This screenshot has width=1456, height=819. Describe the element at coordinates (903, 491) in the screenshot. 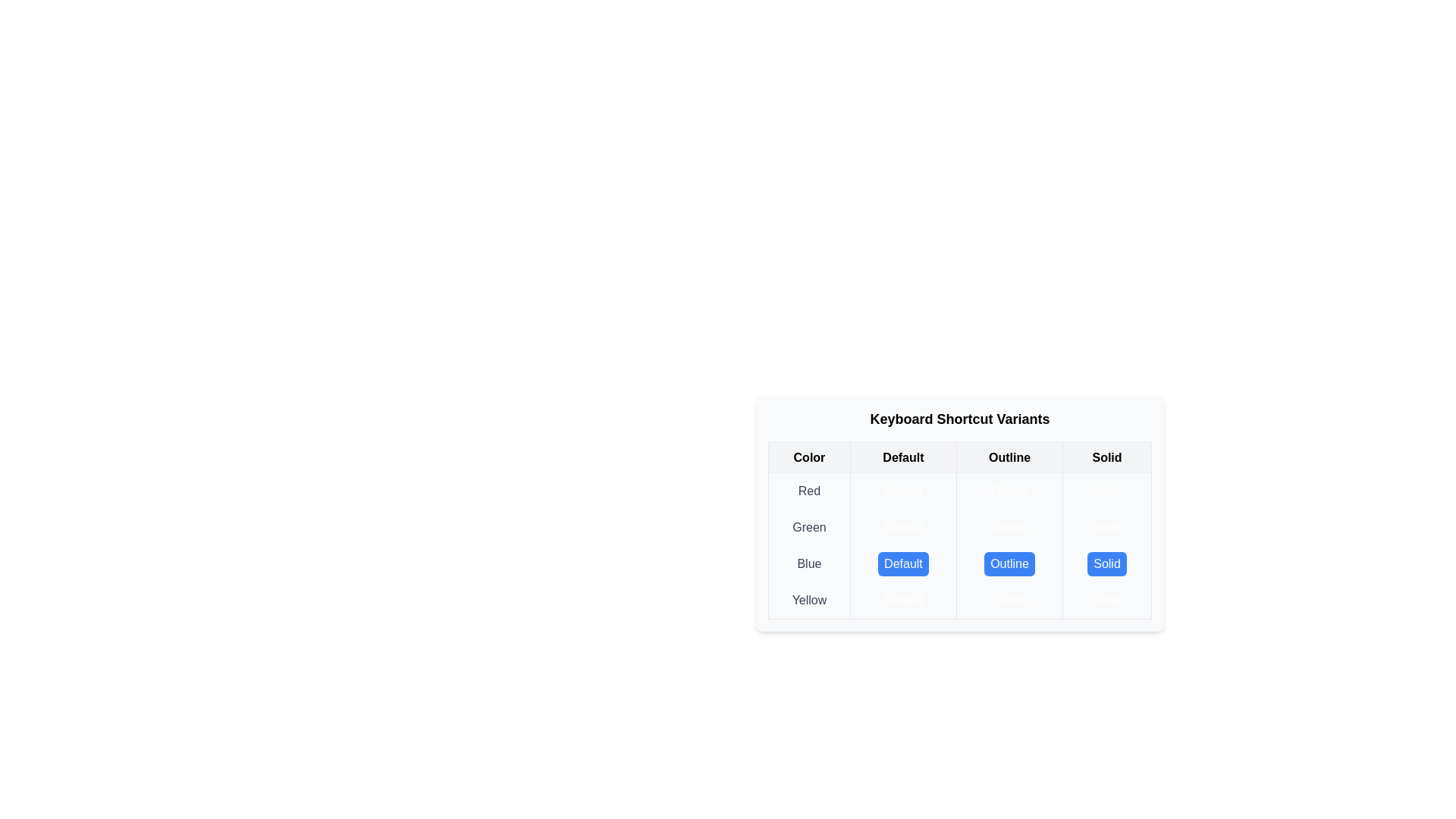

I see `text label that reads 'Default' located in the second cell of the 'Red' row within a grid layout` at that location.